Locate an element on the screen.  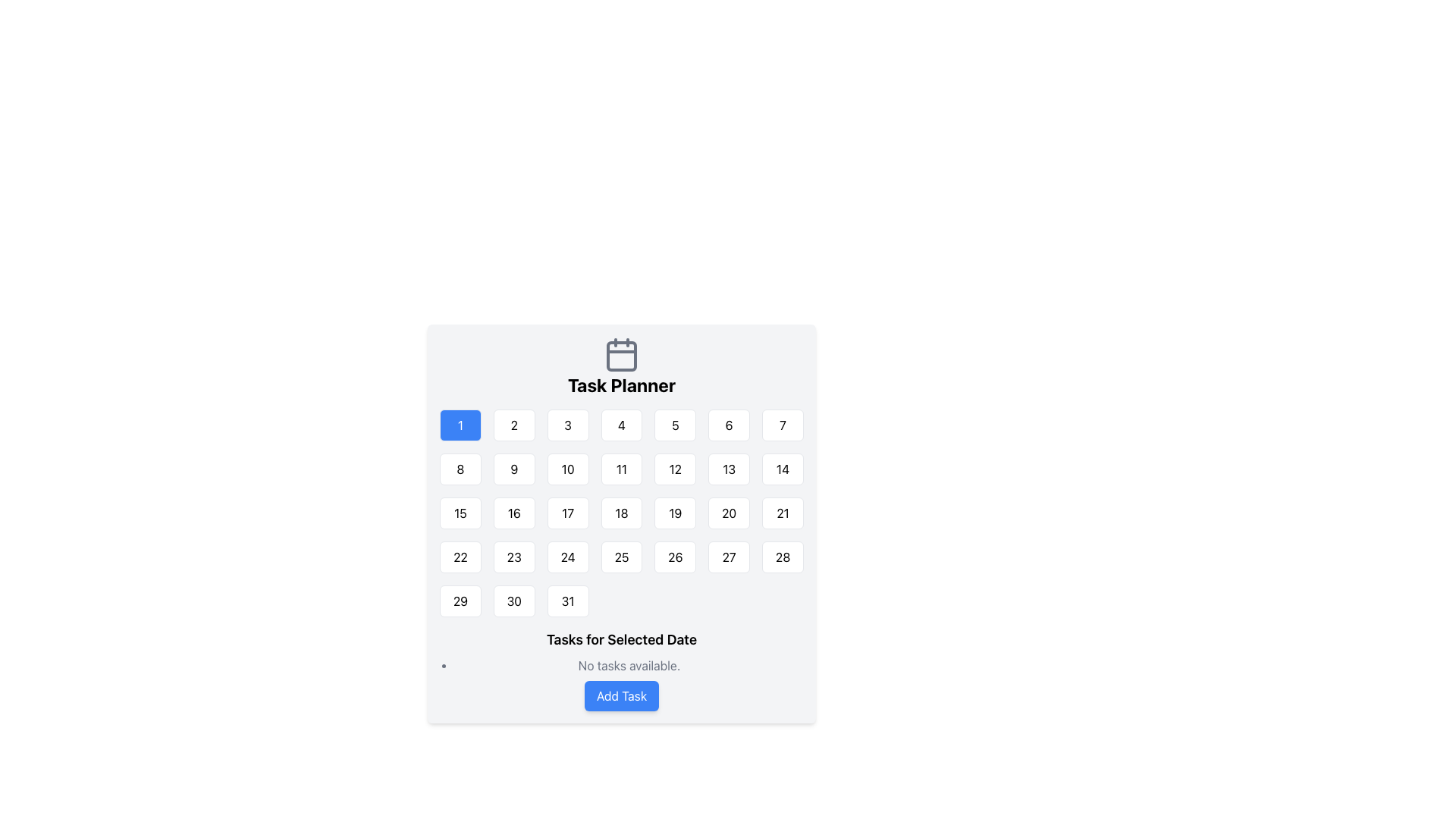
the text displaying 'No tasks available.' which is styled in a lighter gray tone and positioned within a bulleted list, located between the header 'Tasks for Selected Date' and the 'Add Task' button is located at coordinates (622, 665).